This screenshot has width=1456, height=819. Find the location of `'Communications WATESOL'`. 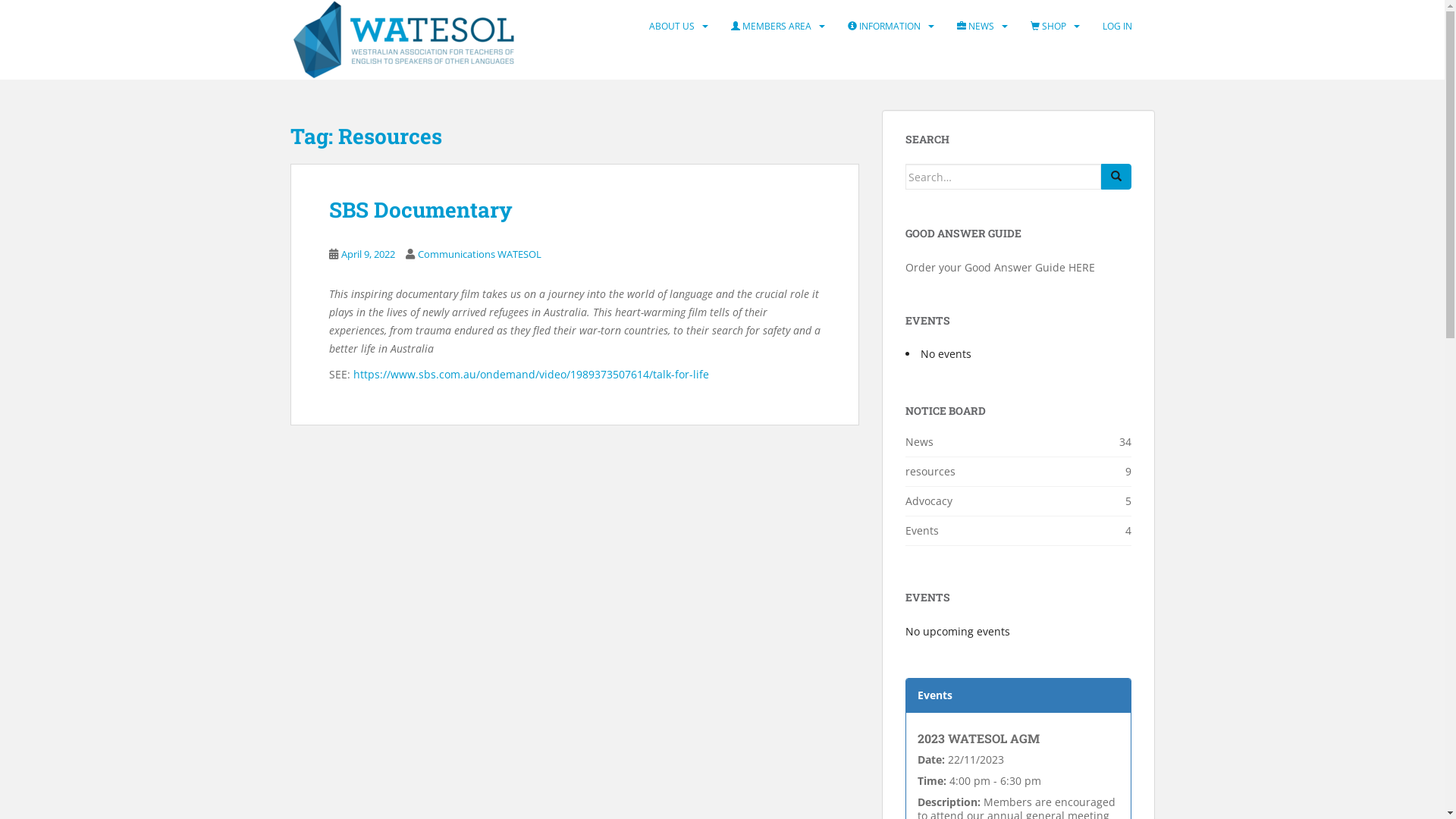

'Communications WATESOL' is located at coordinates (478, 253).